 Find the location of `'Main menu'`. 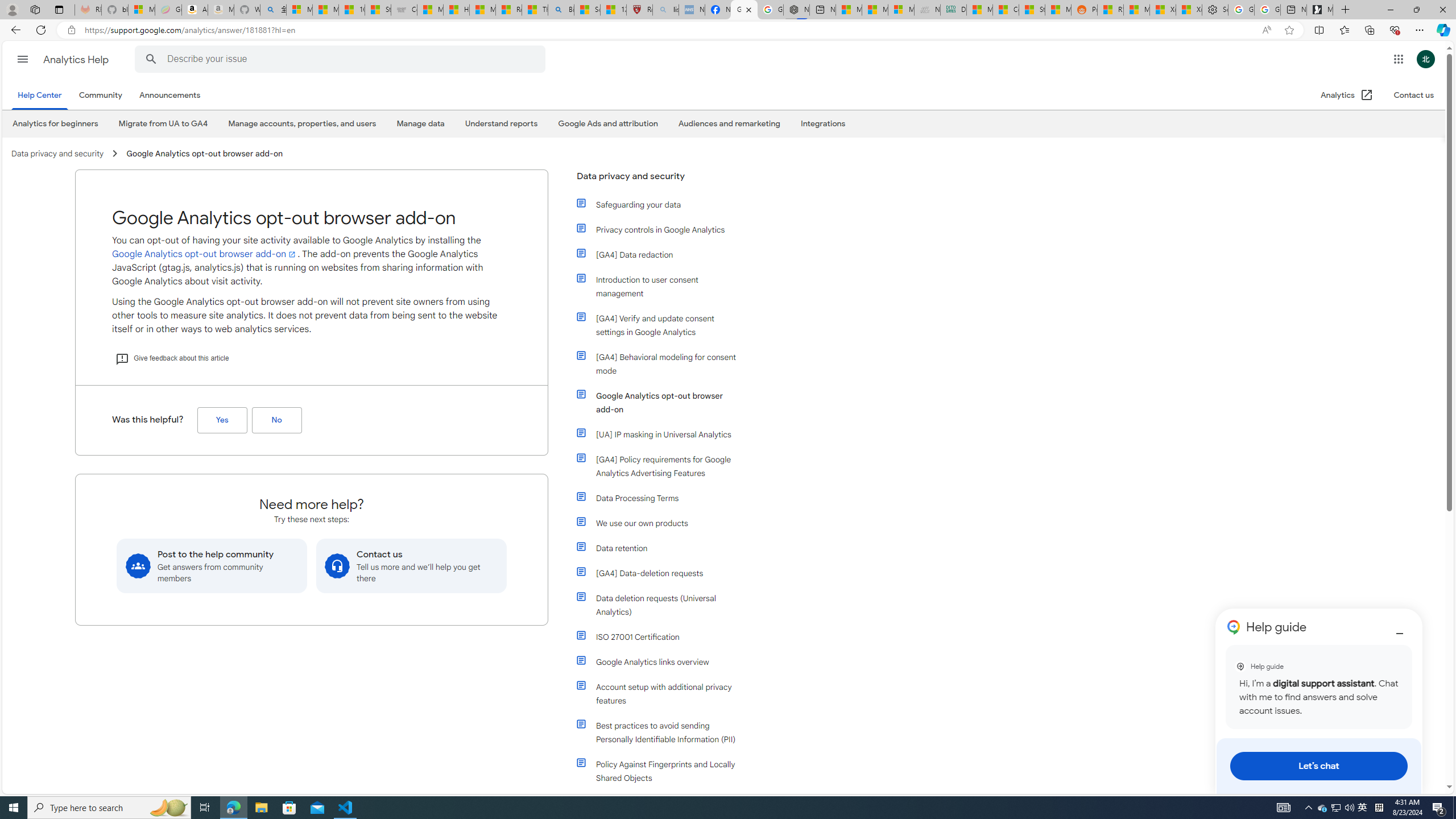

'Main menu' is located at coordinates (22, 59).